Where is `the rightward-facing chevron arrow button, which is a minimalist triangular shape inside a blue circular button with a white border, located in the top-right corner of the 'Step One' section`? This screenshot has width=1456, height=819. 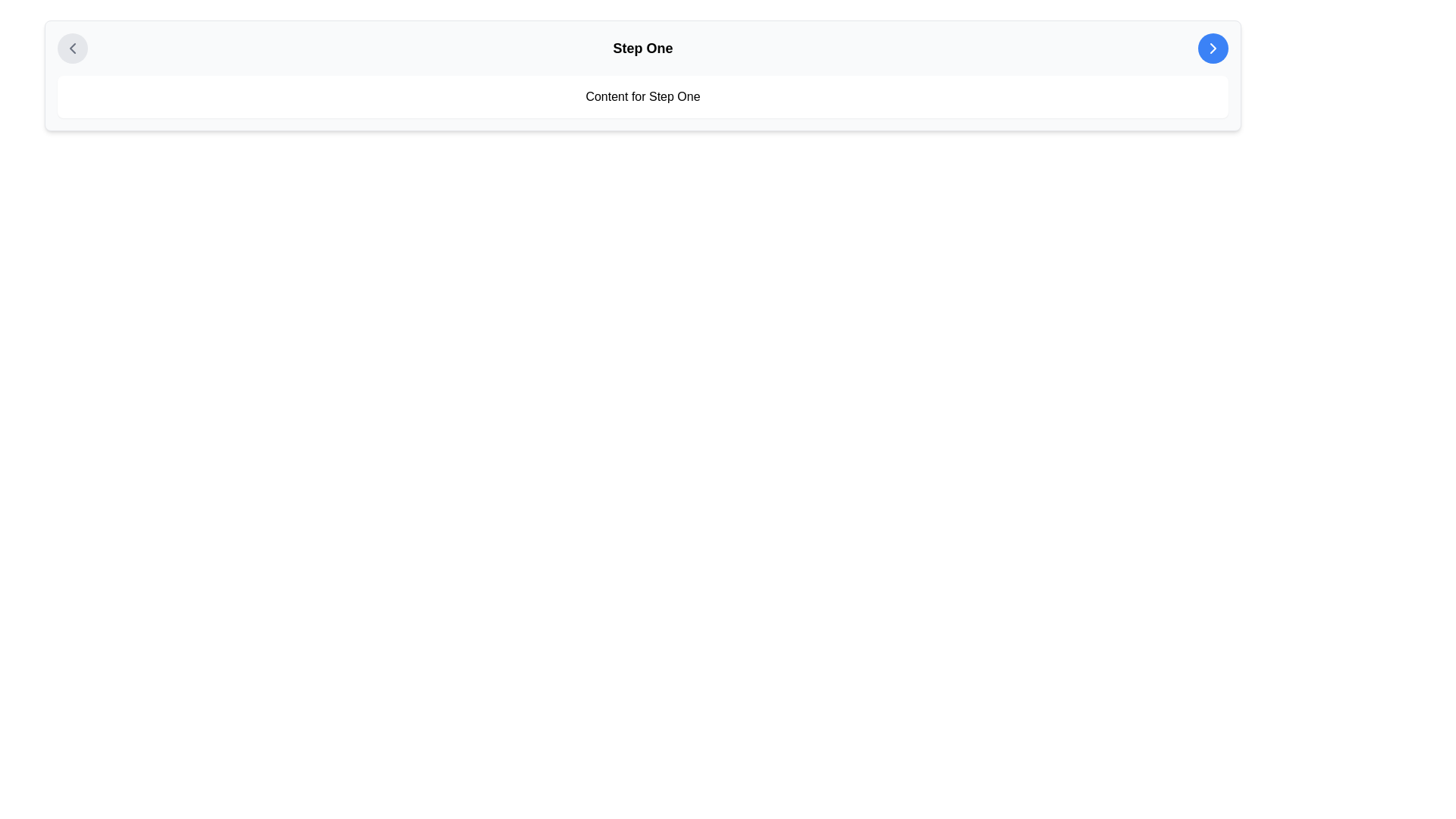
the rightward-facing chevron arrow button, which is a minimalist triangular shape inside a blue circular button with a white border, located in the top-right corner of the 'Step One' section is located at coordinates (1212, 48).